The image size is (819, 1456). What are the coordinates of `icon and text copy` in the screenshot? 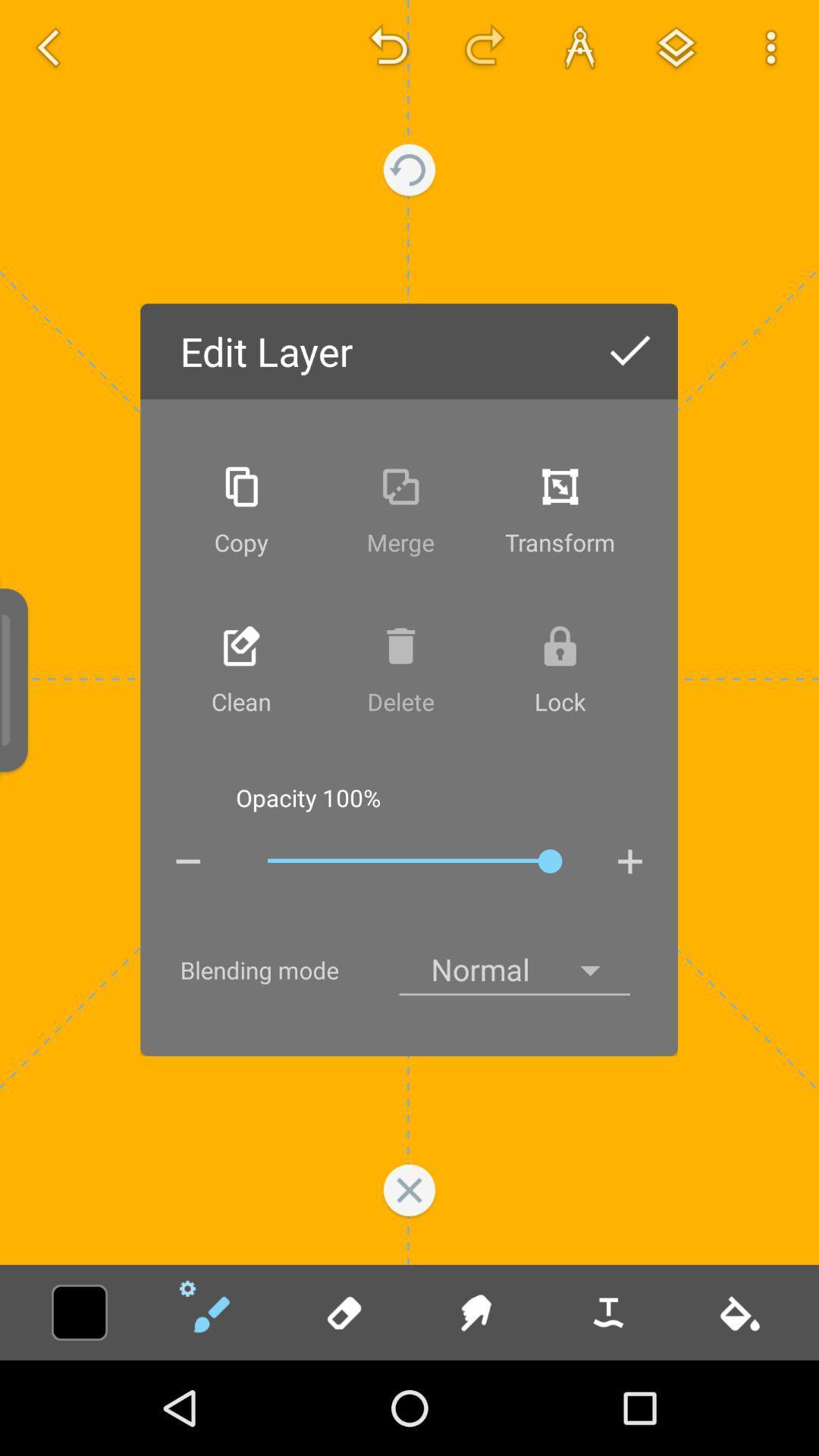 It's located at (240, 510).